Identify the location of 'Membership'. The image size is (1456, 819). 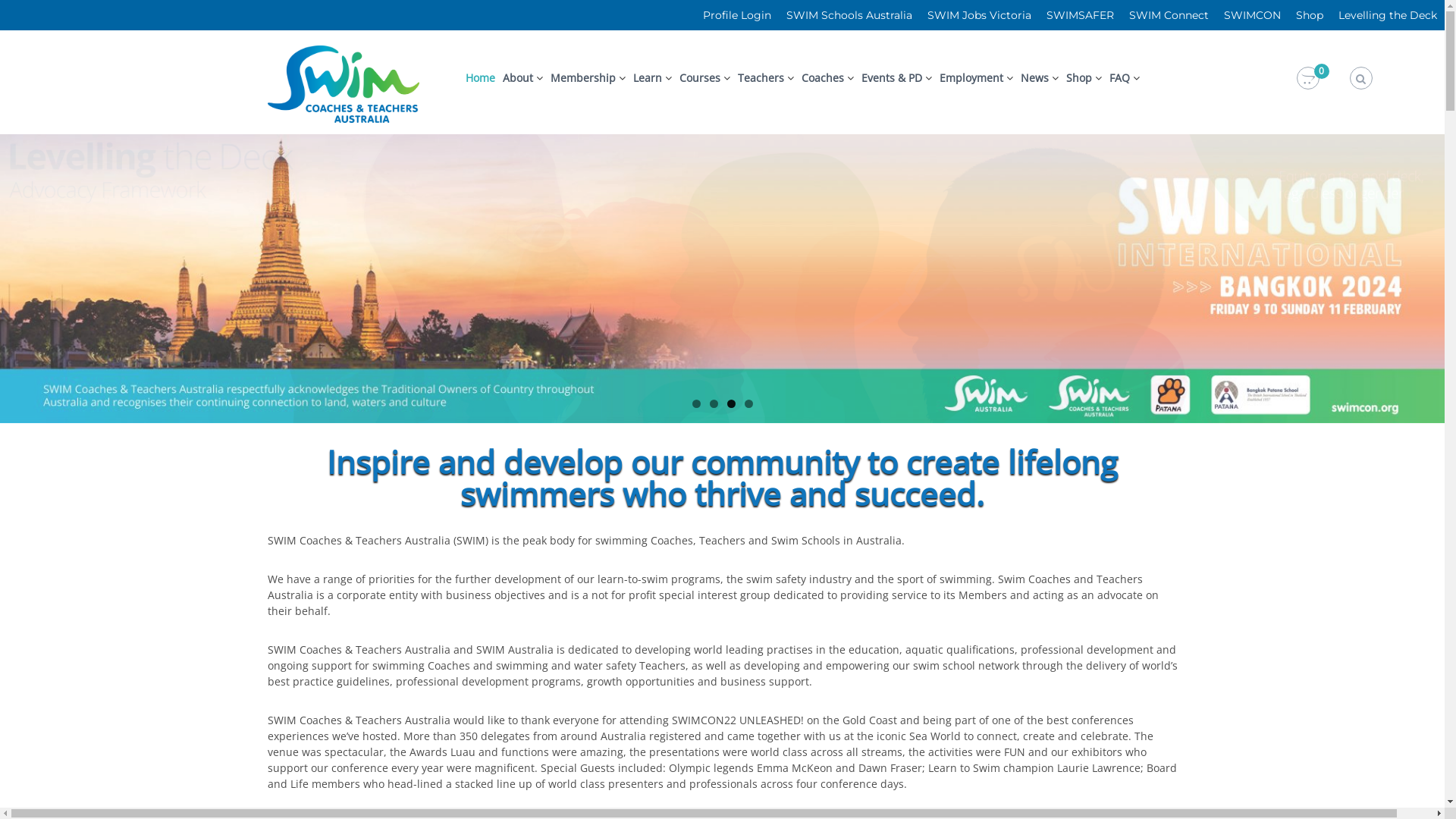
(582, 77).